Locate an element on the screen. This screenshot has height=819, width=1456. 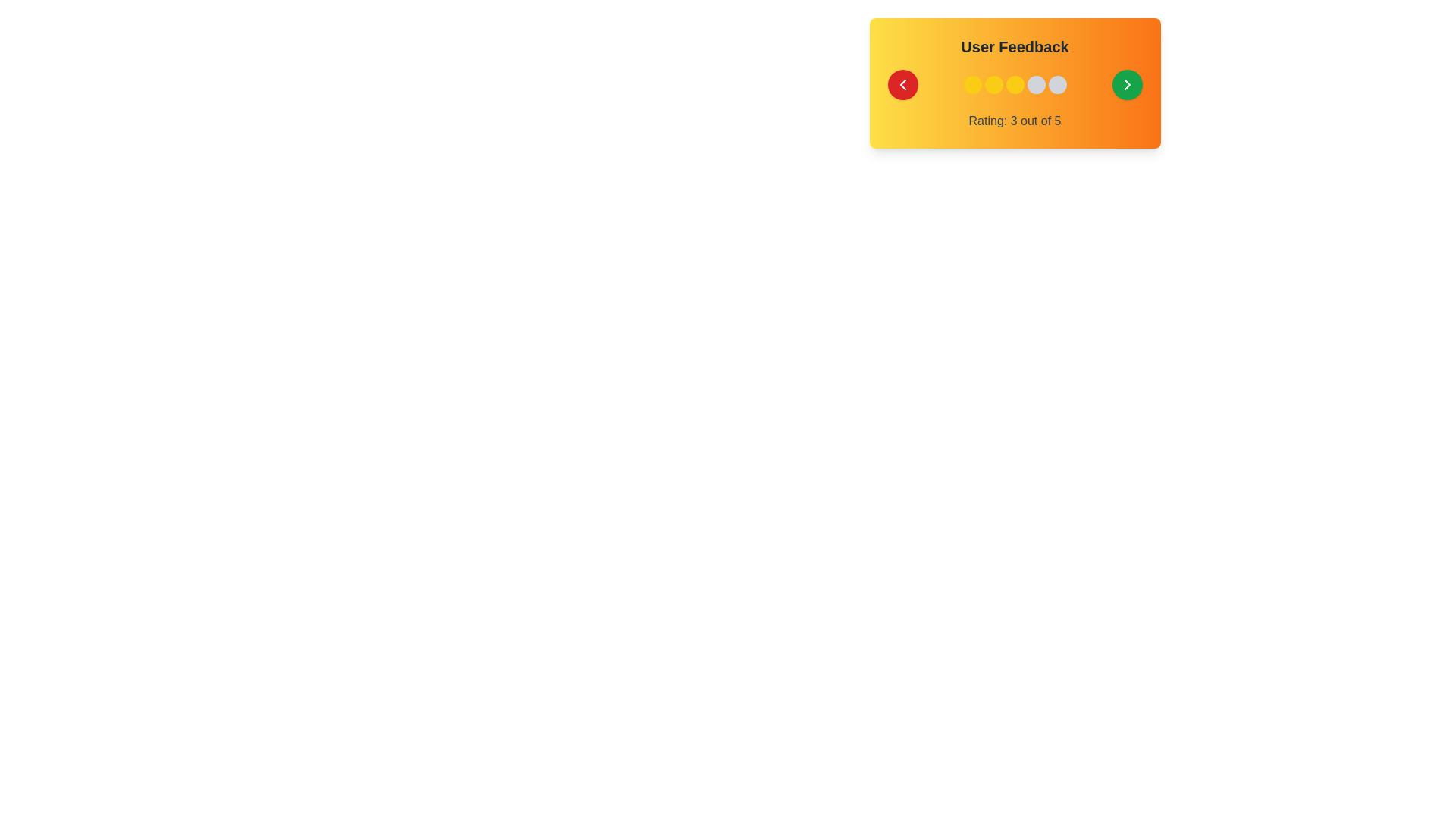
the green circular button with a white chevron icon is located at coordinates (1127, 84).